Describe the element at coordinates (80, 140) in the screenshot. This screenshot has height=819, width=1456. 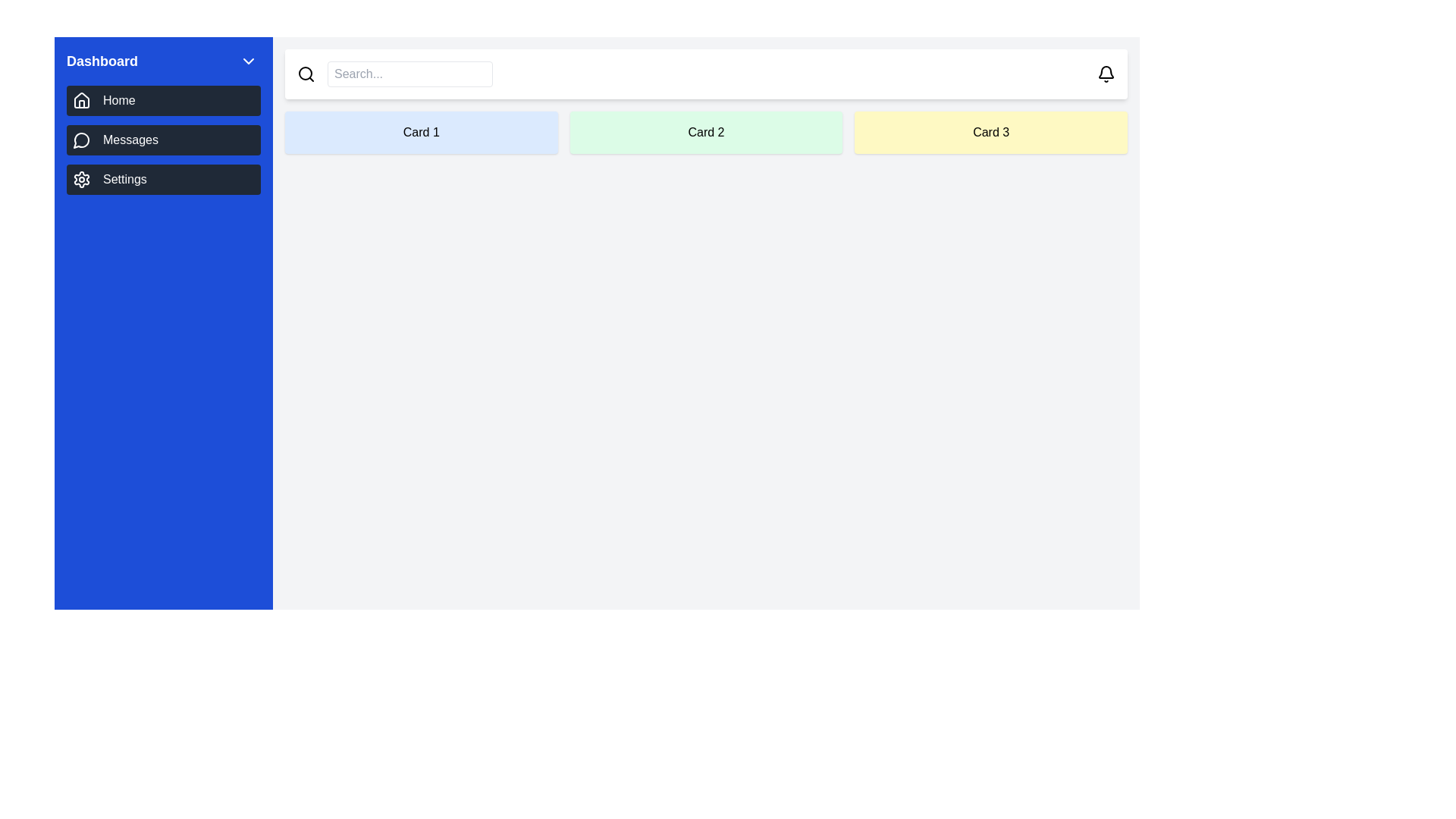
I see `the speech bubble icon in the navigation menu` at that location.